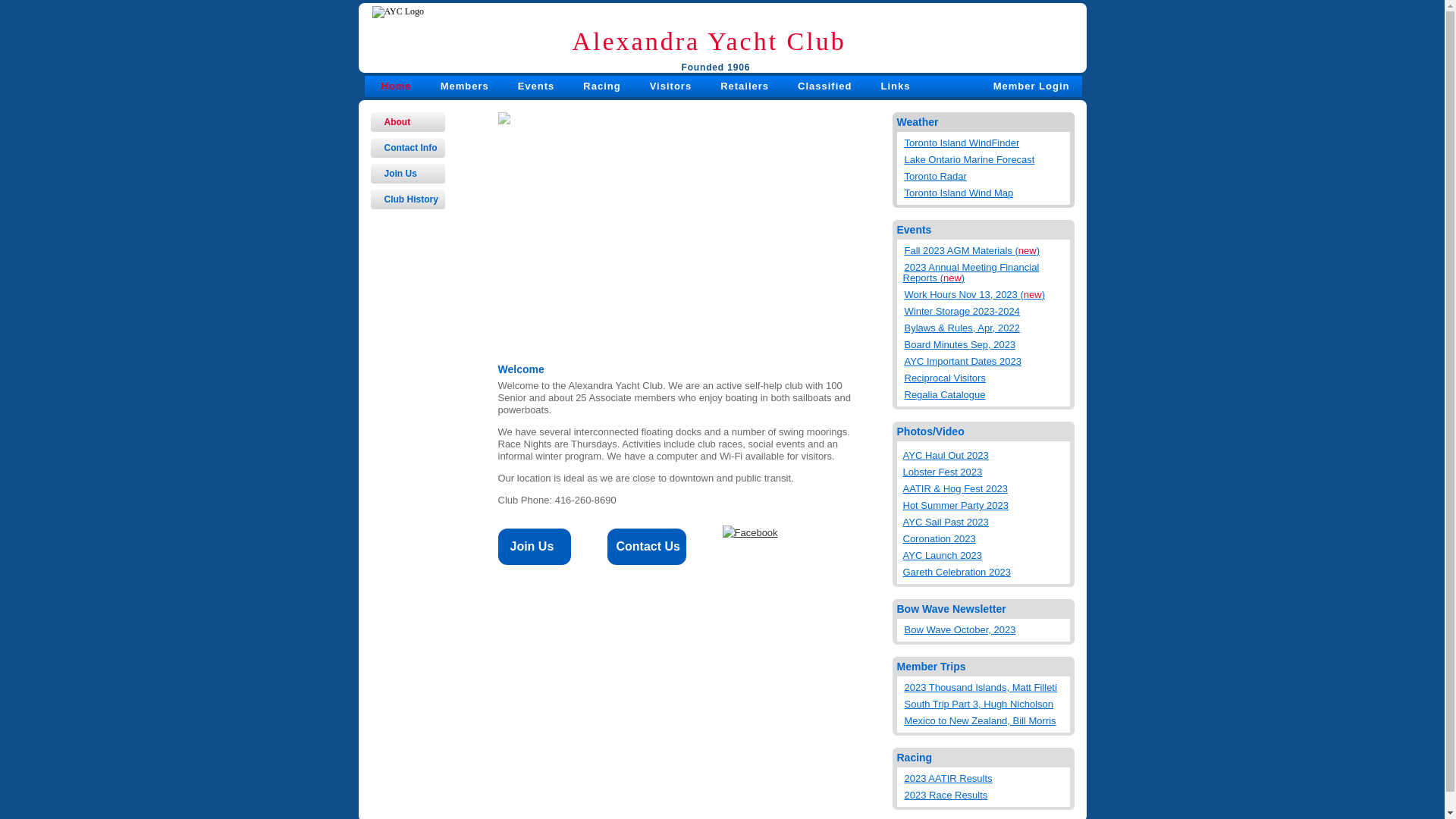  Describe the element at coordinates (895, 86) in the screenshot. I see `'Links'` at that location.